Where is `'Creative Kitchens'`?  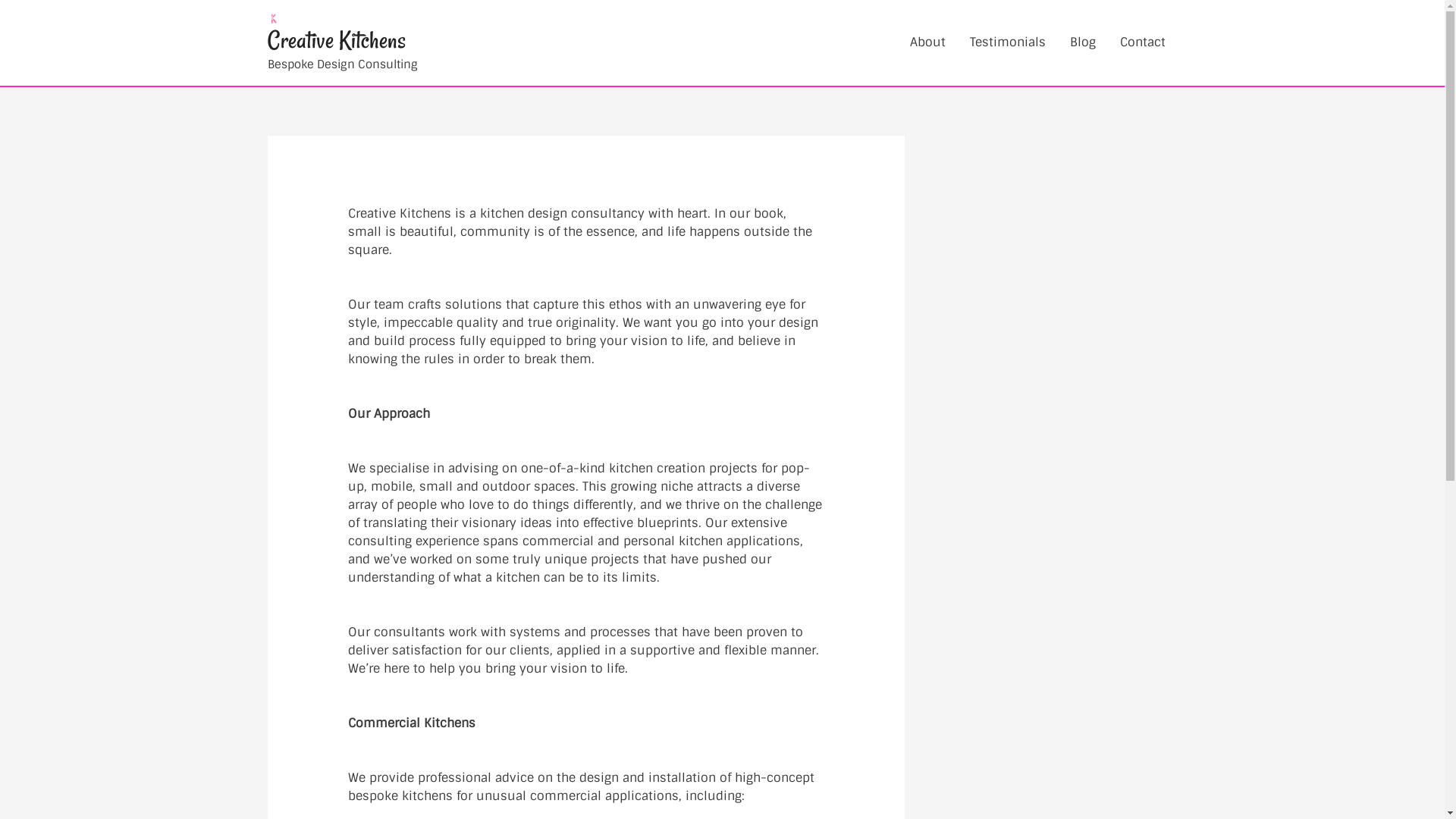
'Creative Kitchens' is located at coordinates (334, 39).